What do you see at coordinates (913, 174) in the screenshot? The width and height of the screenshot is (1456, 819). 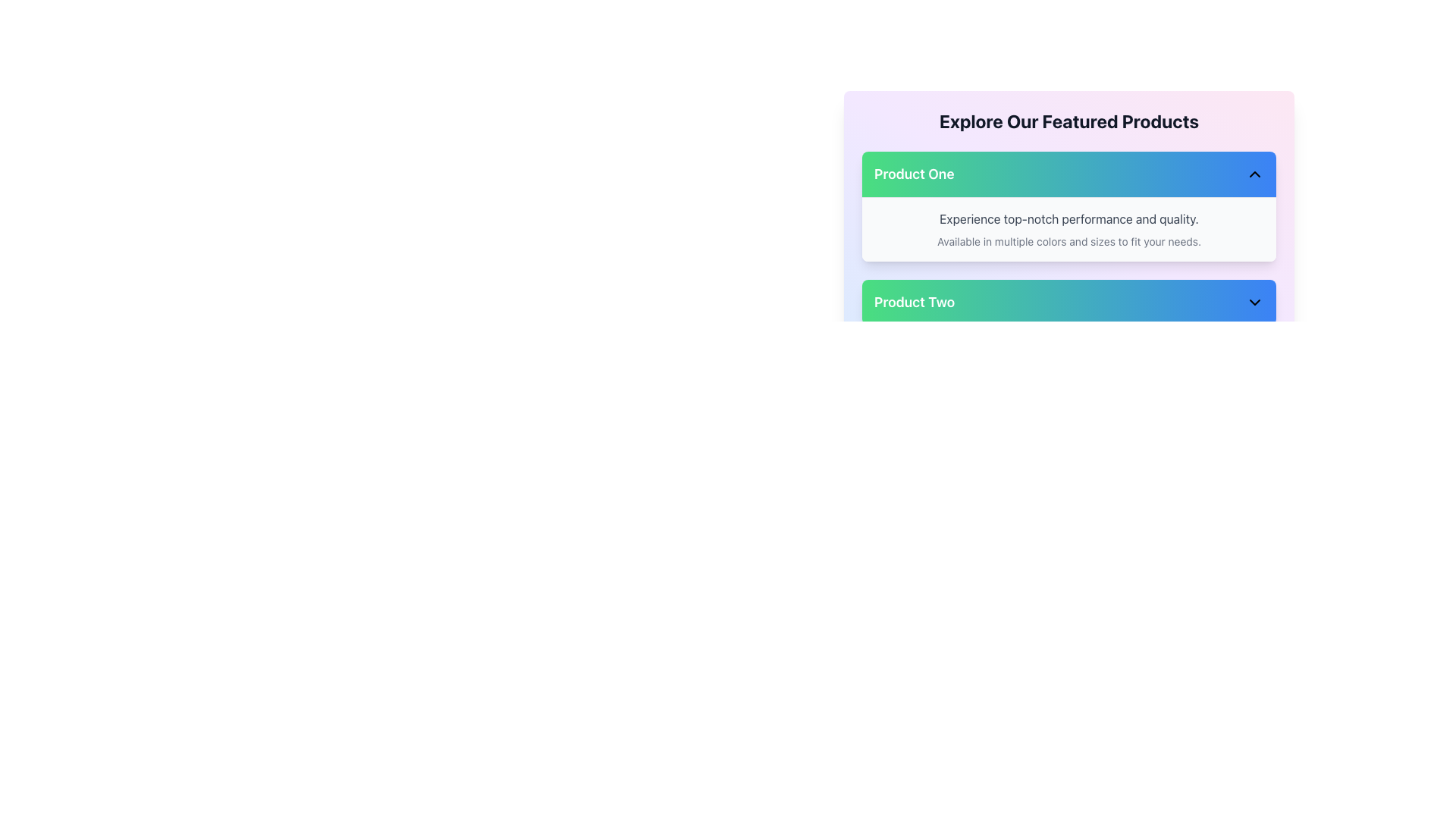 I see `text of the 'Product One' label displayed in bold white font against a gradient background` at bounding box center [913, 174].